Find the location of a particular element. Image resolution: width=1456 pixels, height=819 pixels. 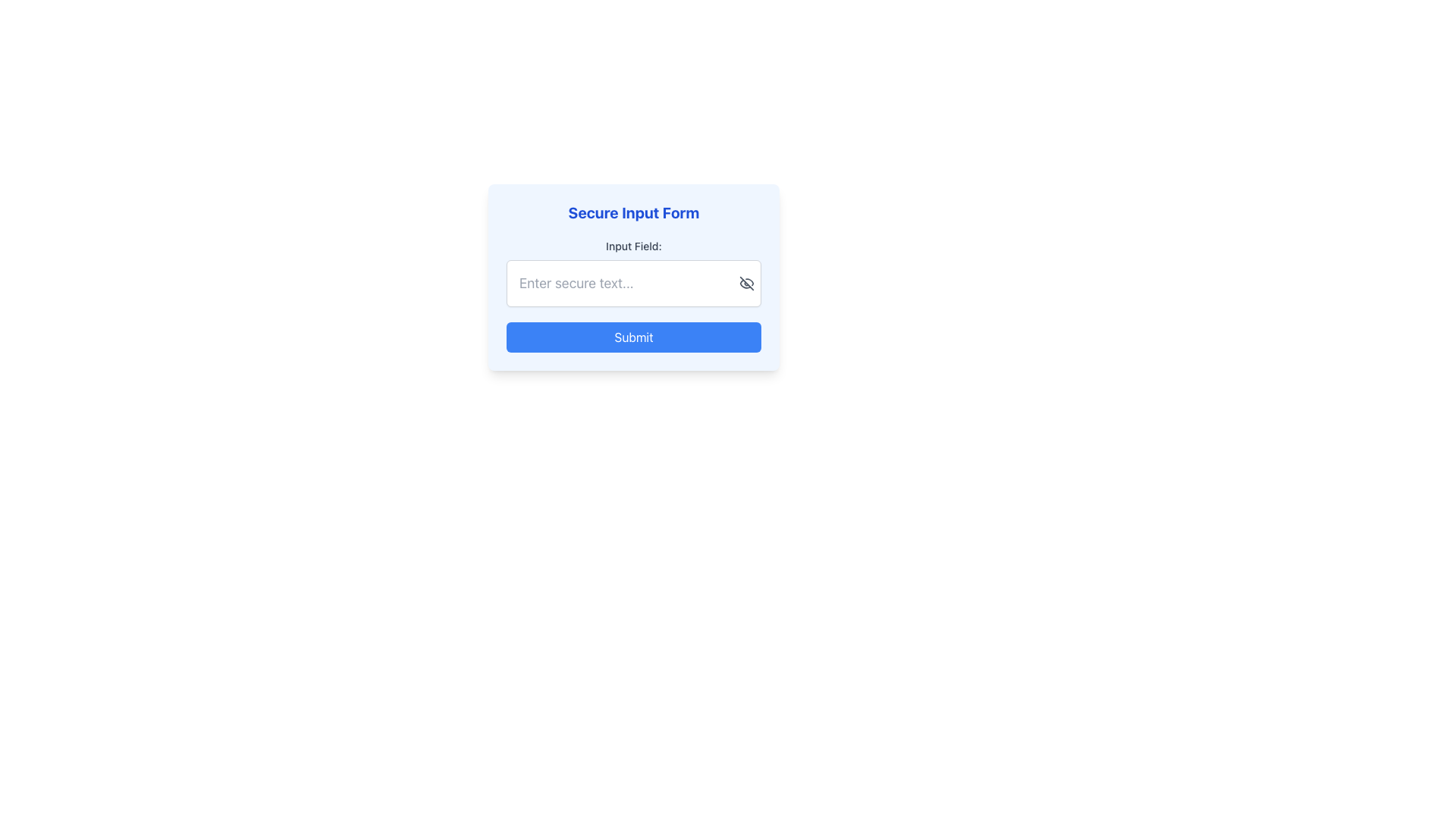

the submit button located below the 'Enter secure text...' input field in the 'Secure Input Form' to change its color is located at coordinates (633, 336).